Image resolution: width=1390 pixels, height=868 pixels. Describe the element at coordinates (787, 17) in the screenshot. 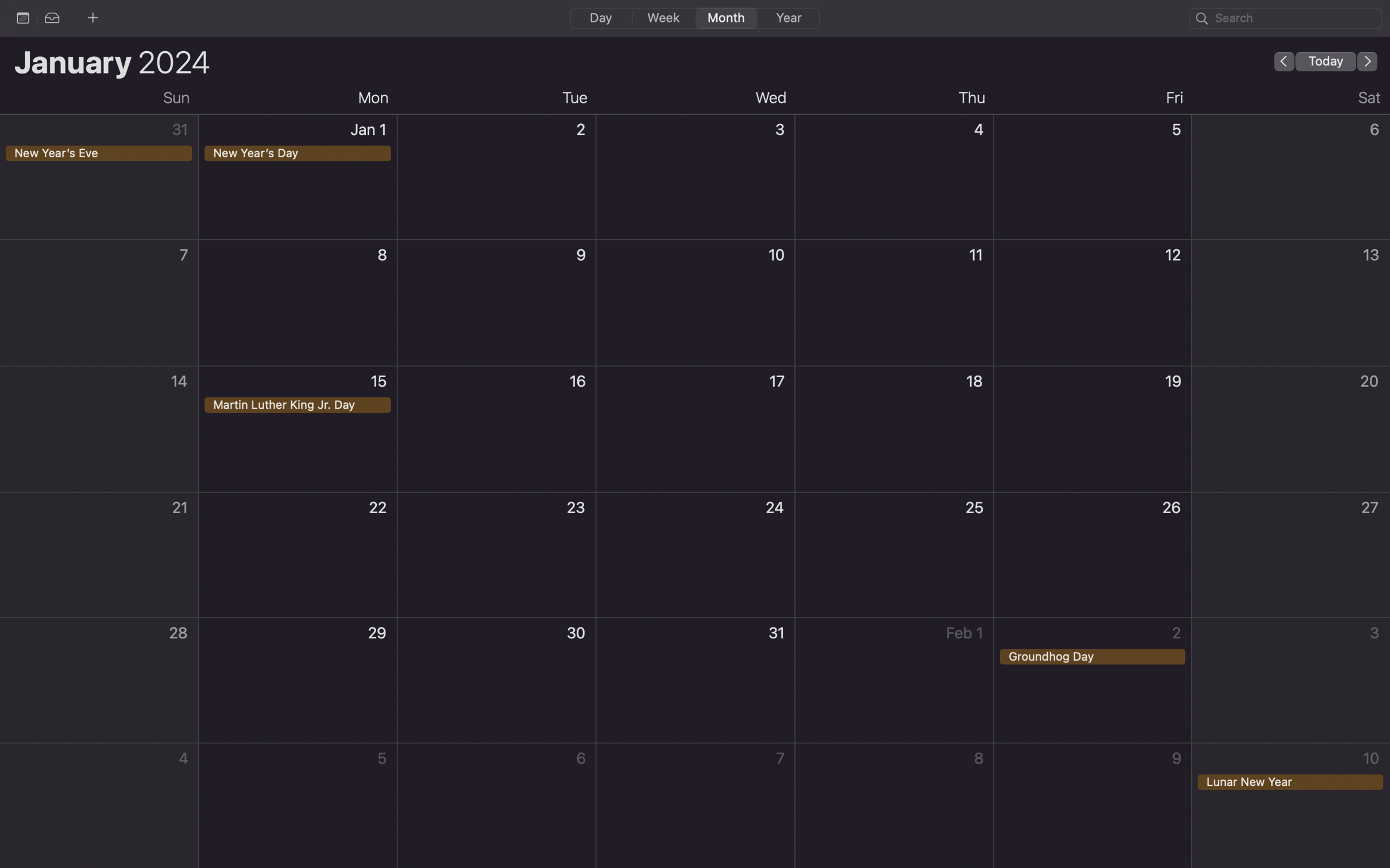

I see `Display the calendar in the format of a whole year` at that location.